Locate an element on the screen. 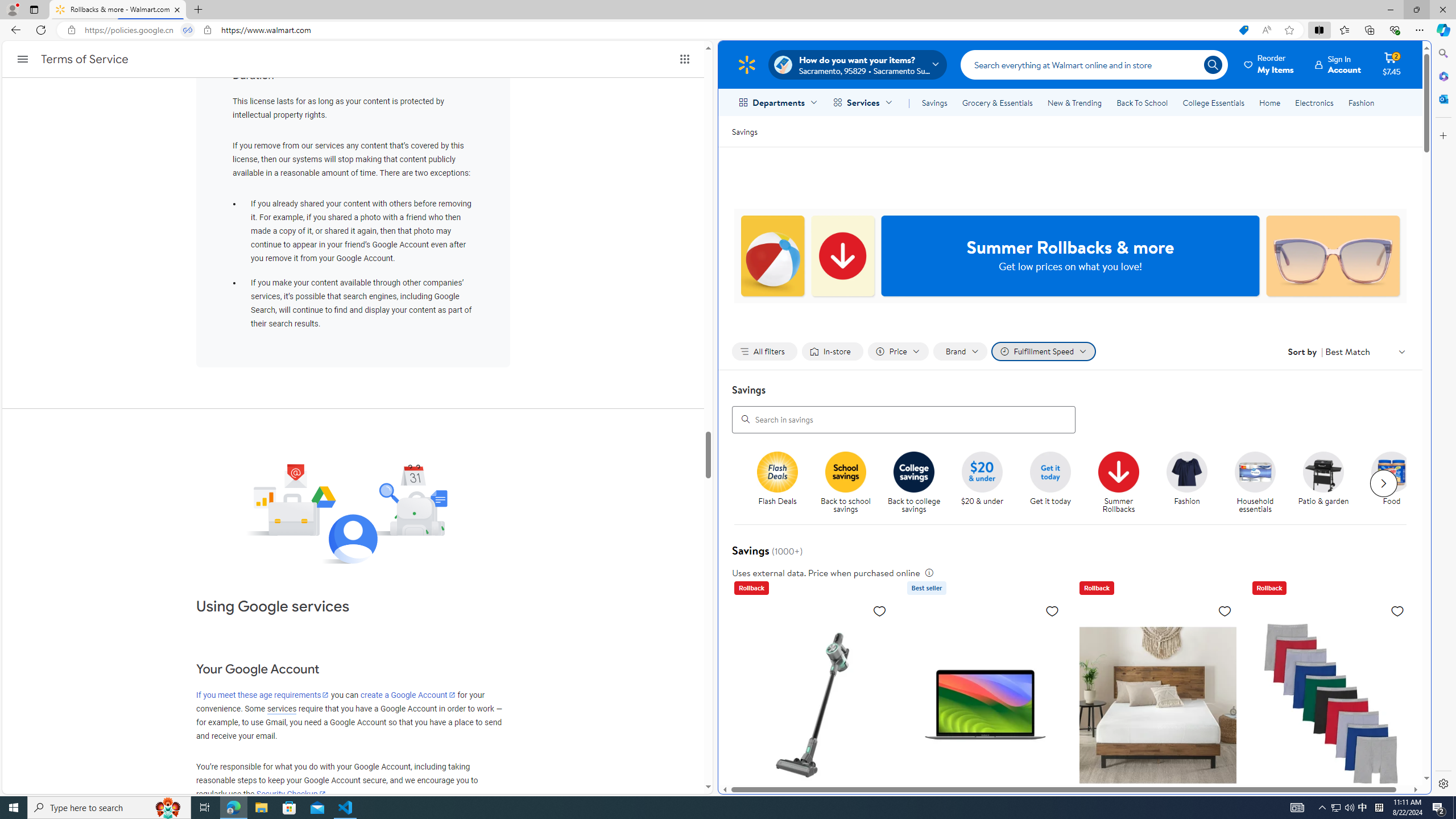 The height and width of the screenshot is (819, 1456). 'Household essentials' is located at coordinates (1259, 483).